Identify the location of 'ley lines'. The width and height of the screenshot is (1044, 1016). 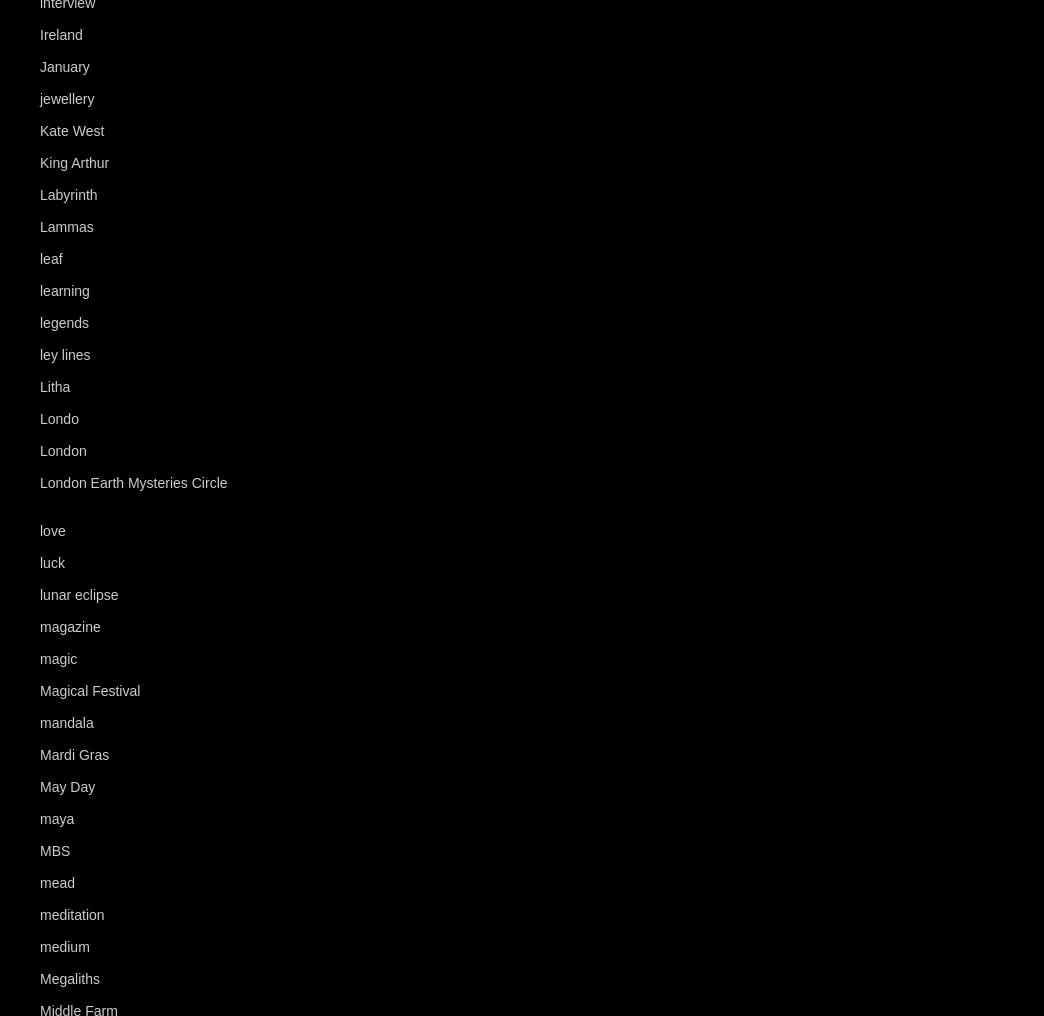
(64, 354).